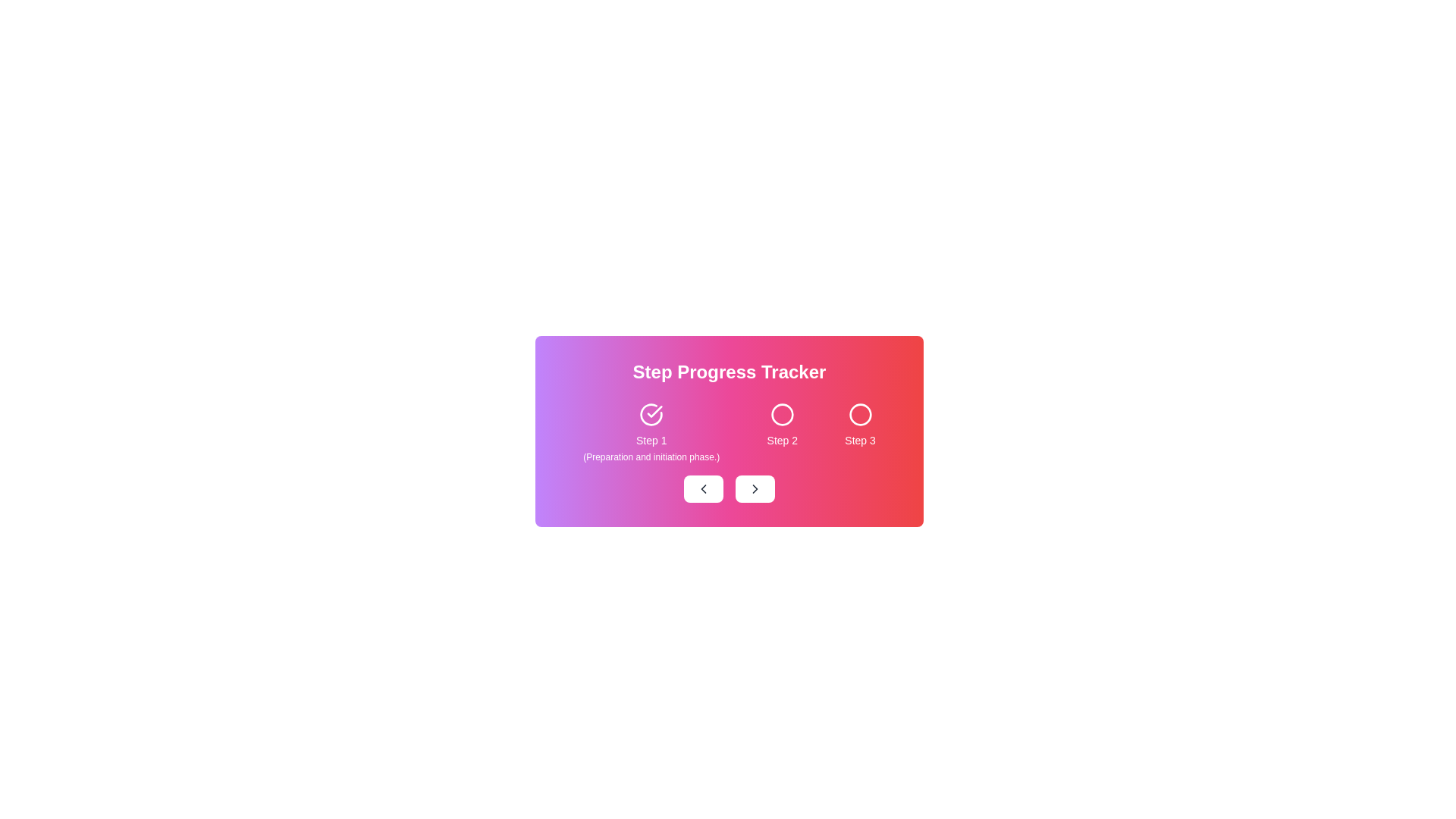  I want to click on the navigation chevron icon located in the bottom-right corner of the rounded rectangle button, so click(755, 488).